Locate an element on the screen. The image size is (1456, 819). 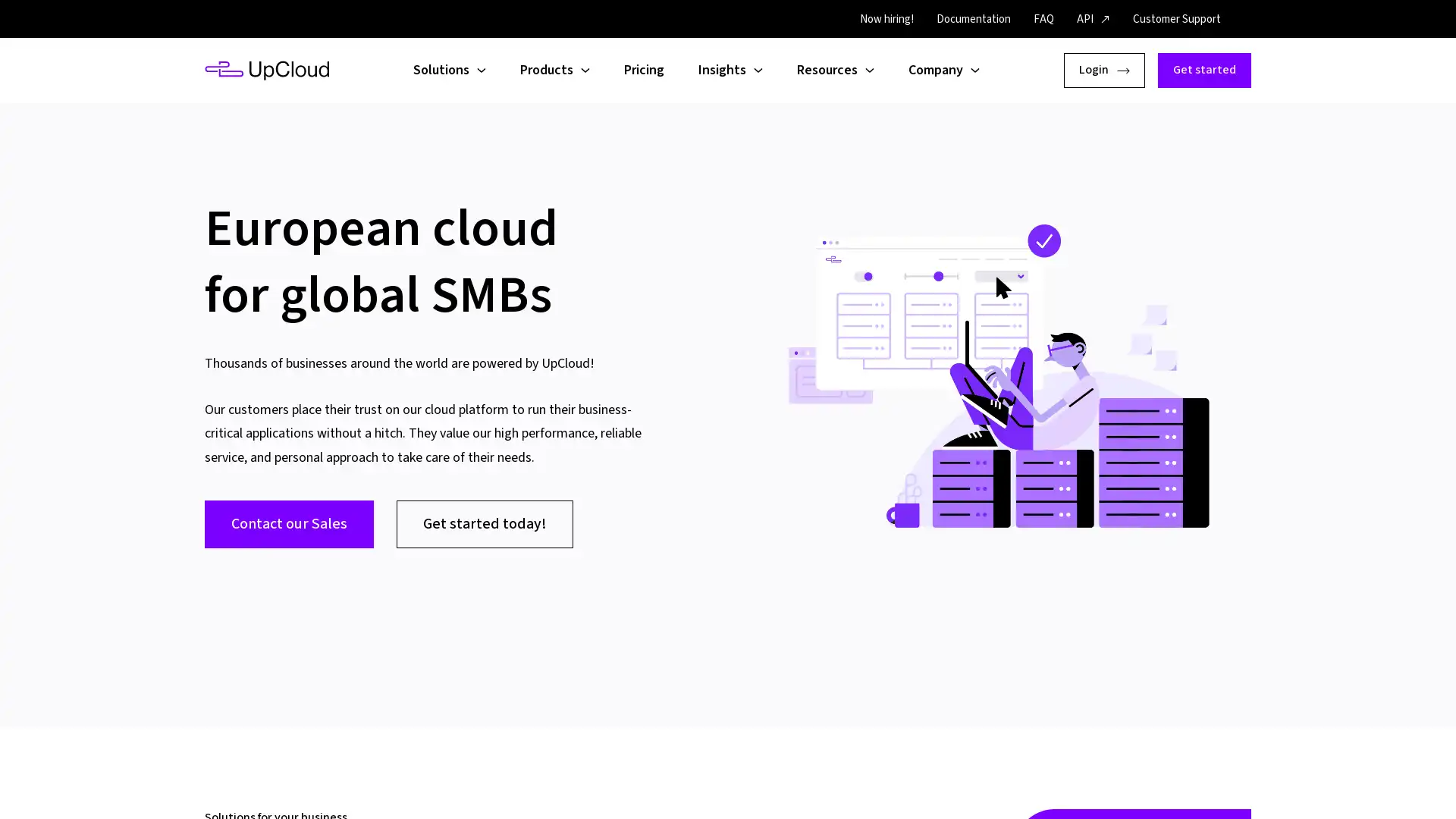
Accept all cookies is located at coordinates (824, 309).